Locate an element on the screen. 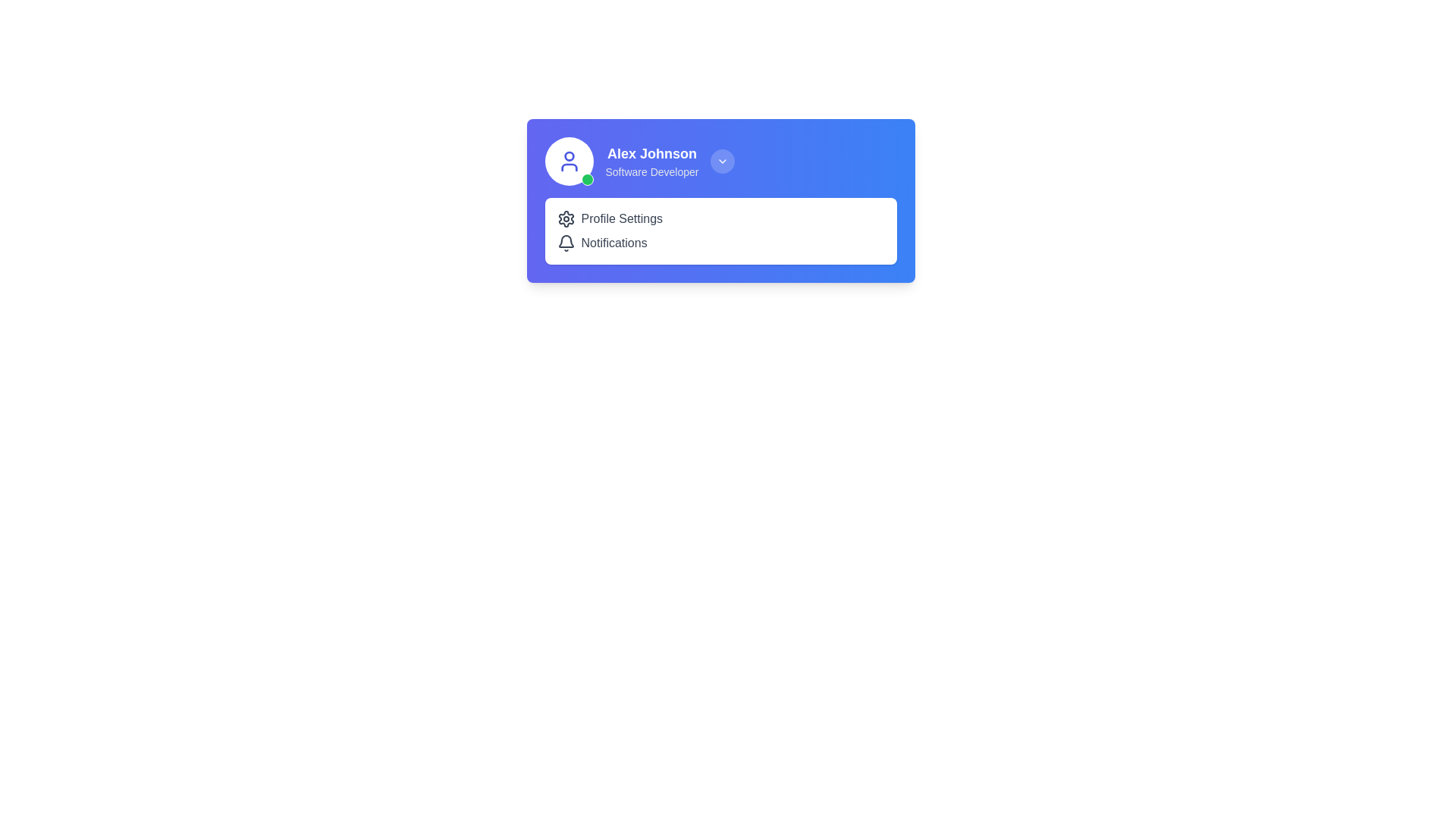 This screenshot has width=1456, height=819. the text label that reads 'Alex Johnson', which is prominently displayed in a bold, large white font against a blue background, within the user profile section at the top-right of the interface is located at coordinates (651, 154).